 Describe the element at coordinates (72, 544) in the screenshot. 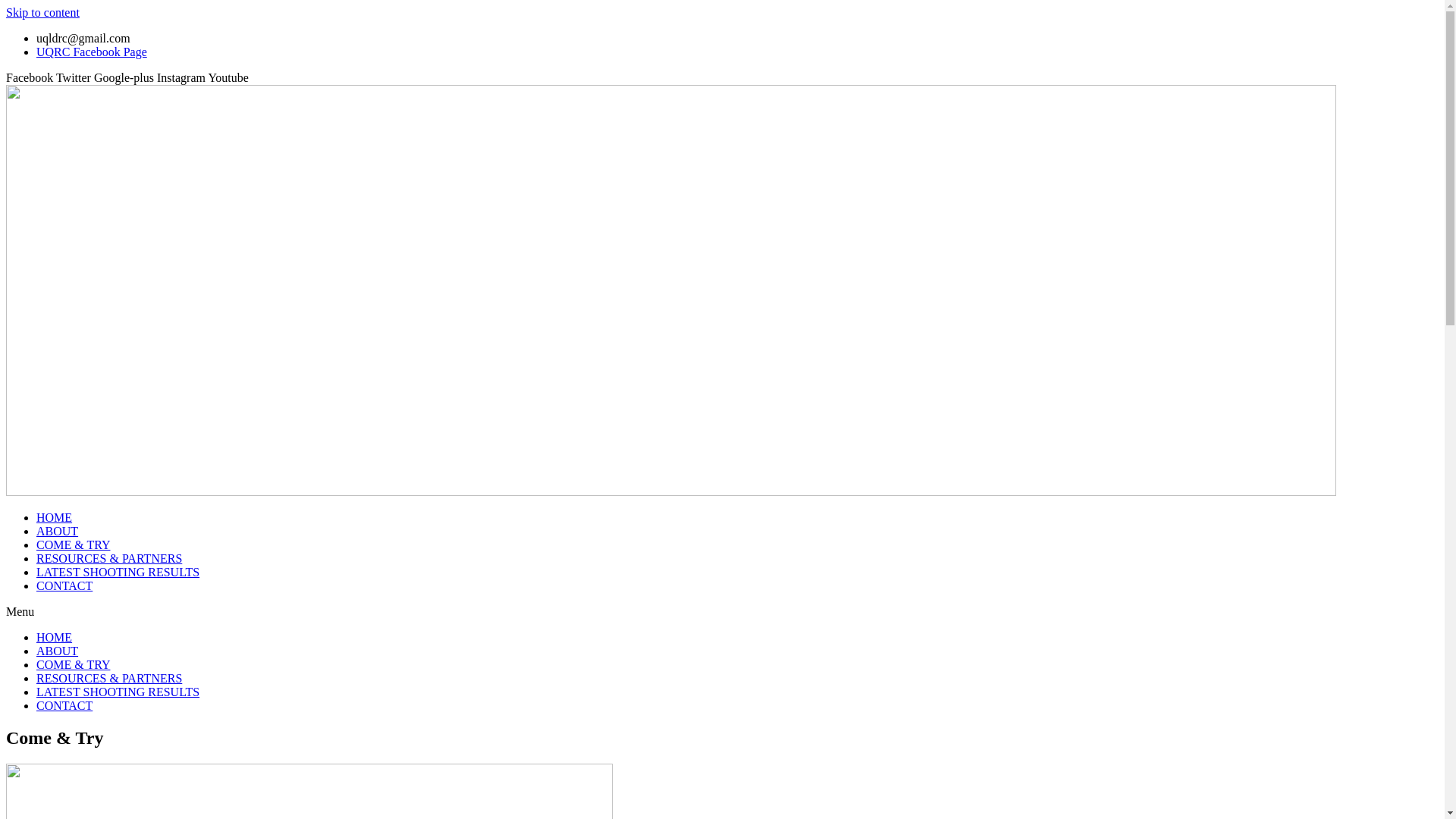

I see `'COME & TRY'` at that location.